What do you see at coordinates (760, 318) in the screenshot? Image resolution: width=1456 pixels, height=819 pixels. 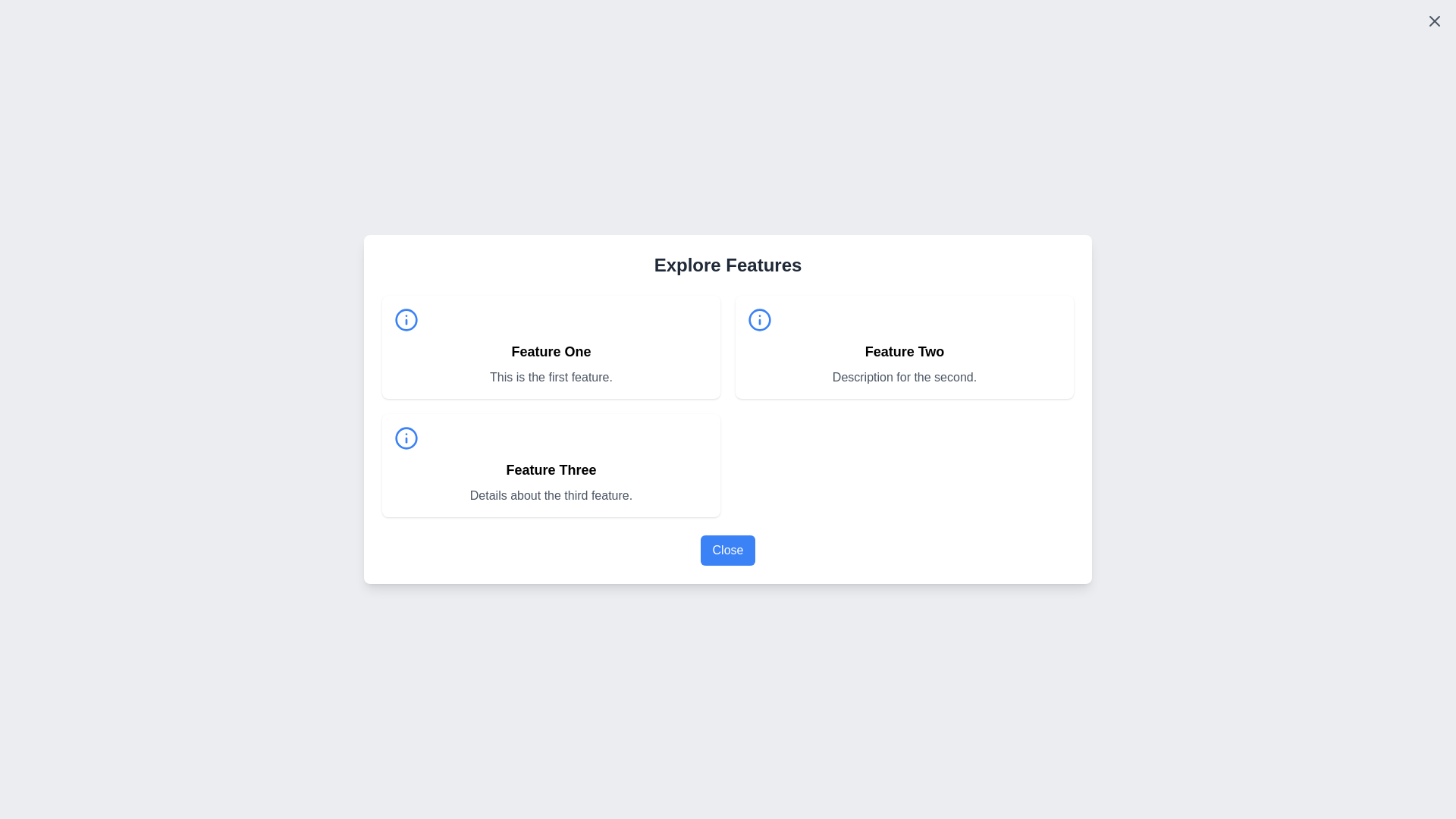 I see `the blue circular SVG shape that is part of the info-type icon located in the 'Feature Two' panel near the top-right of the interface` at bounding box center [760, 318].